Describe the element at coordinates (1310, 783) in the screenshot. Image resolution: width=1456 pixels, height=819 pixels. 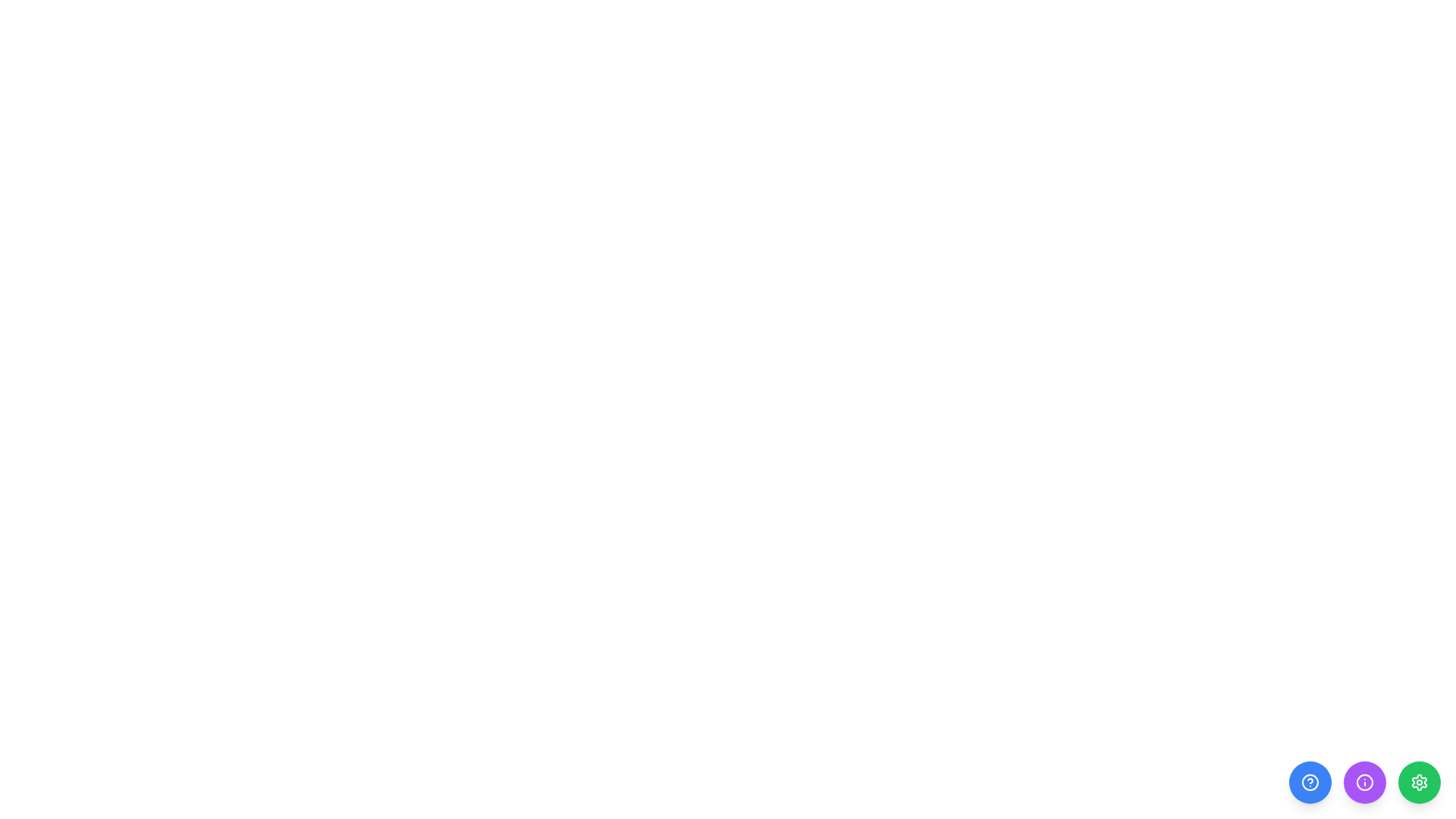
I see `the help icon located at the bottom right corner of the interface` at that location.